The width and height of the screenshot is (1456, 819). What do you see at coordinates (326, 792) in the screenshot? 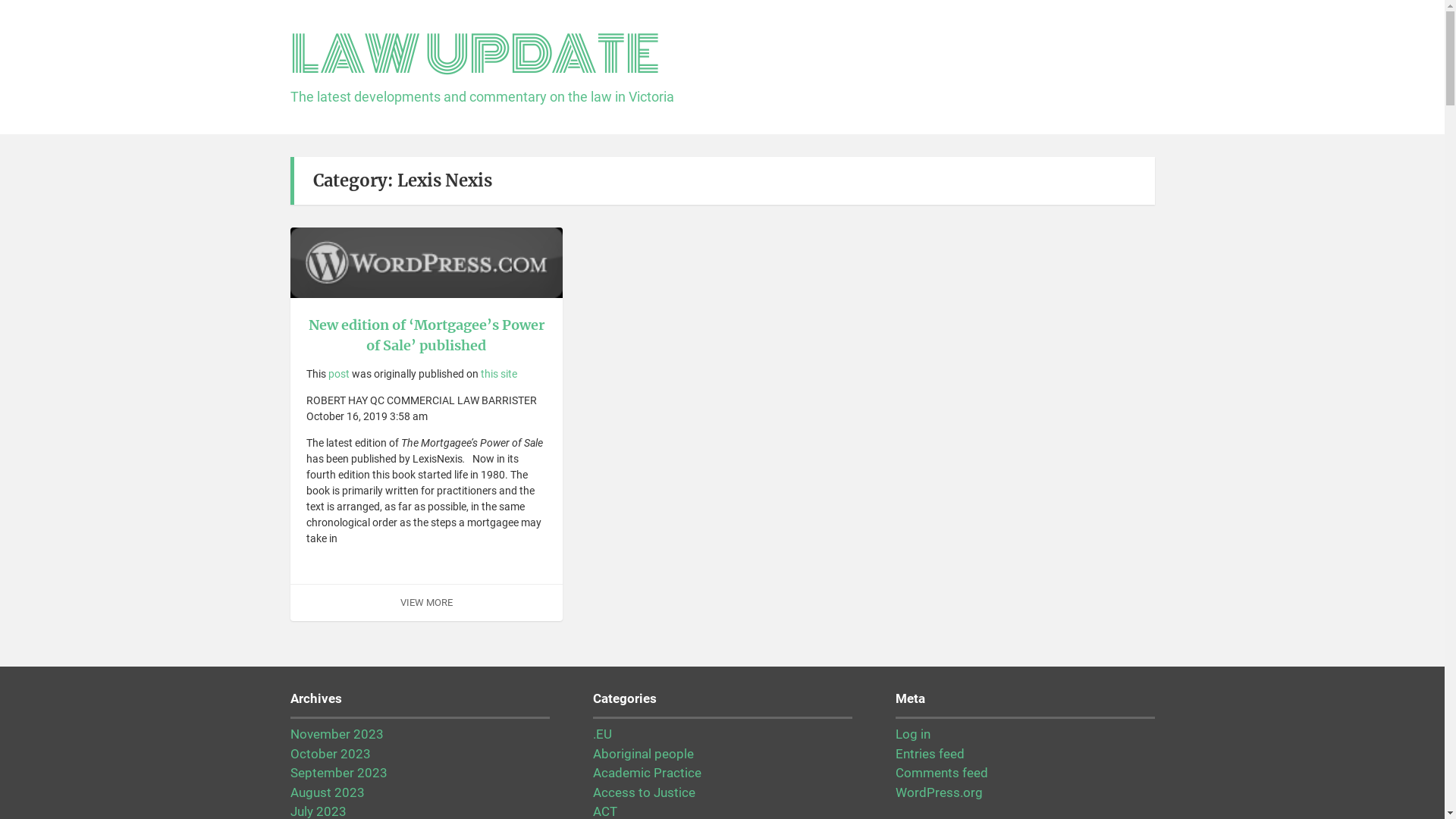
I see `'August 2023'` at bounding box center [326, 792].